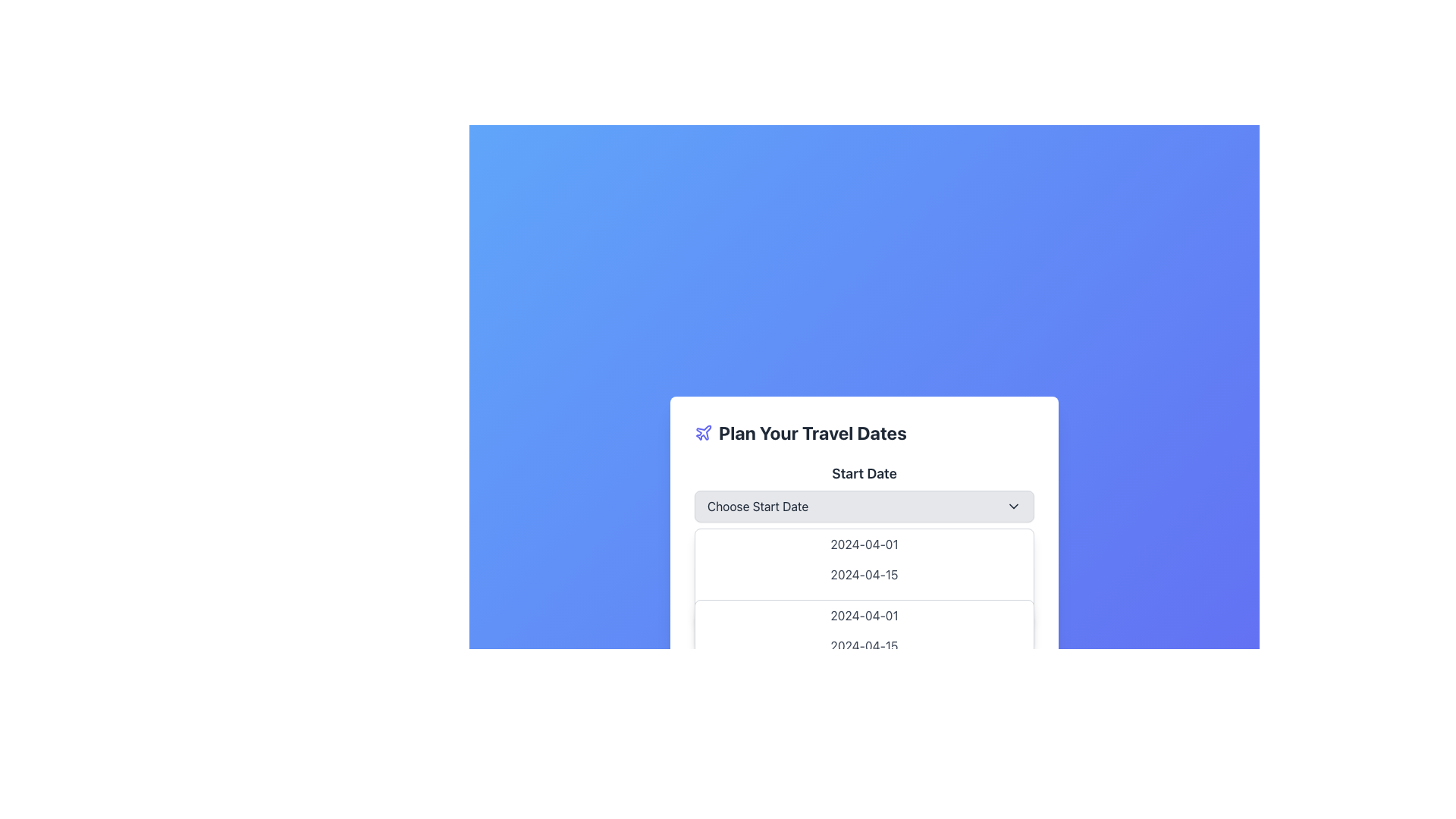 This screenshot has height=819, width=1456. Describe the element at coordinates (864, 646) in the screenshot. I see `a row in the dropdown menu labeled 'Choose Start Date'` at that location.